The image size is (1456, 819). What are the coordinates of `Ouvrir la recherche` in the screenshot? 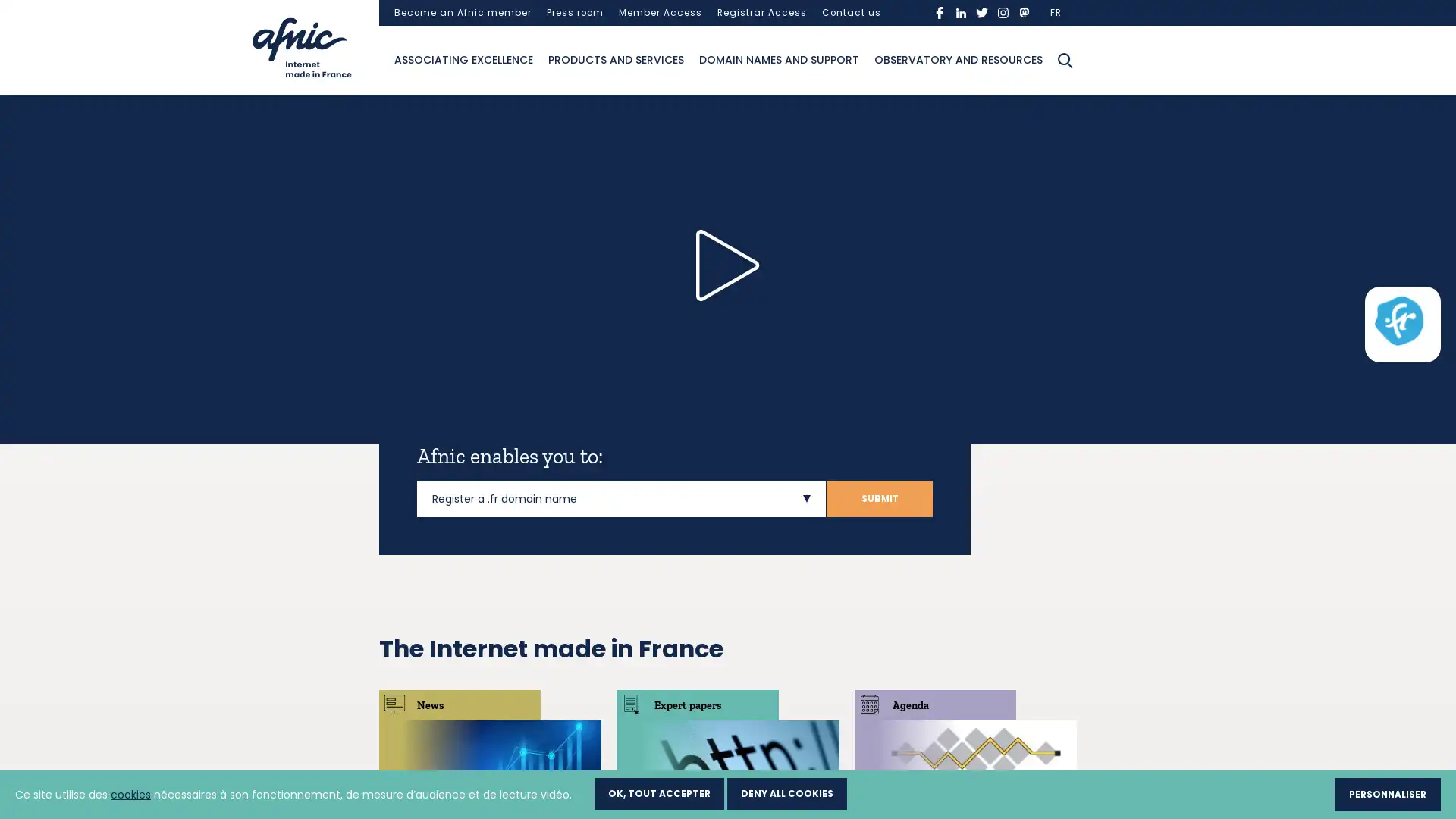 It's located at (1065, 58).